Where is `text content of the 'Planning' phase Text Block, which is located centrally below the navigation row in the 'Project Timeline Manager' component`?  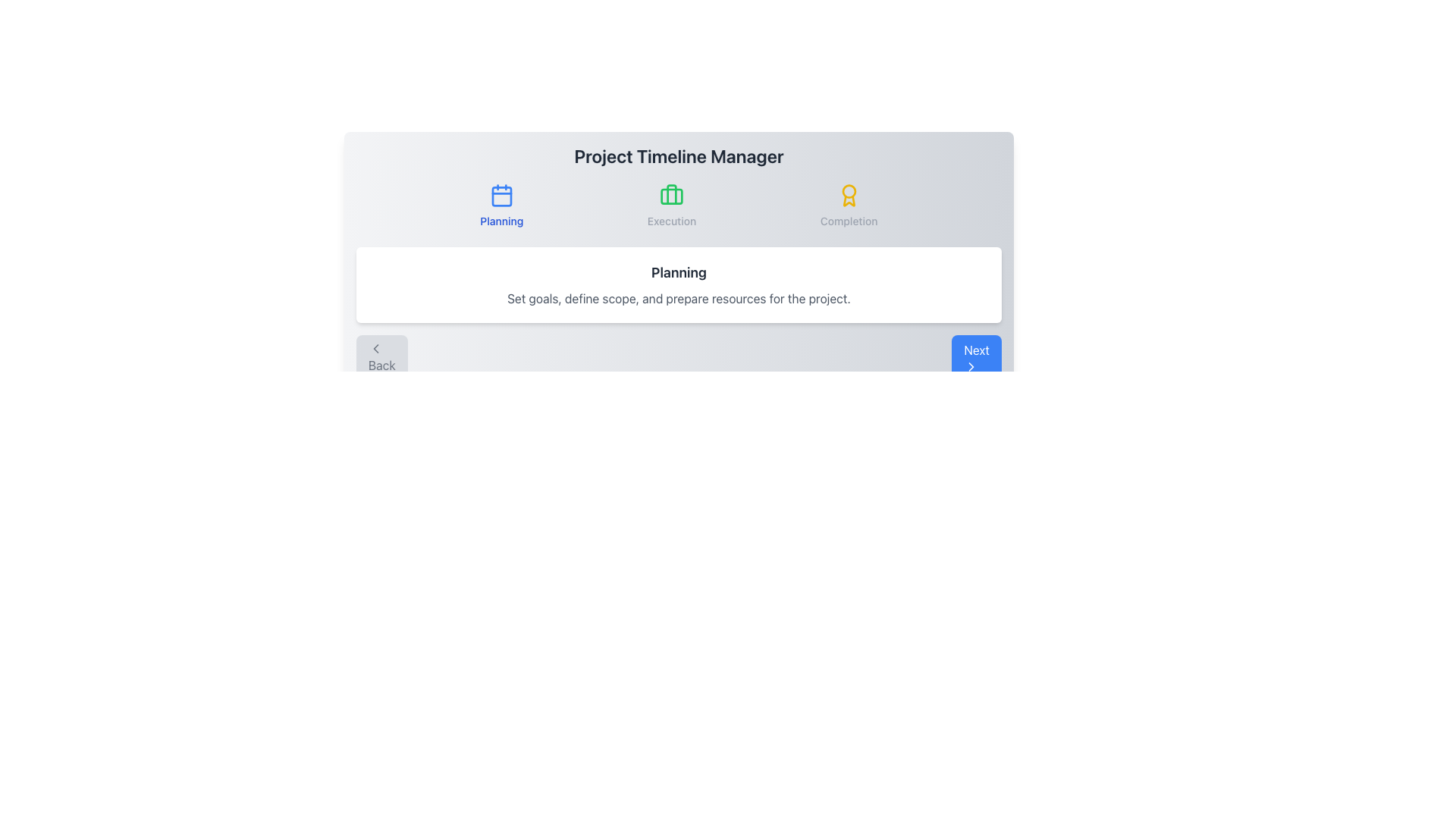
text content of the 'Planning' phase Text Block, which is located centrally below the navigation row in the 'Project Timeline Manager' component is located at coordinates (678, 284).